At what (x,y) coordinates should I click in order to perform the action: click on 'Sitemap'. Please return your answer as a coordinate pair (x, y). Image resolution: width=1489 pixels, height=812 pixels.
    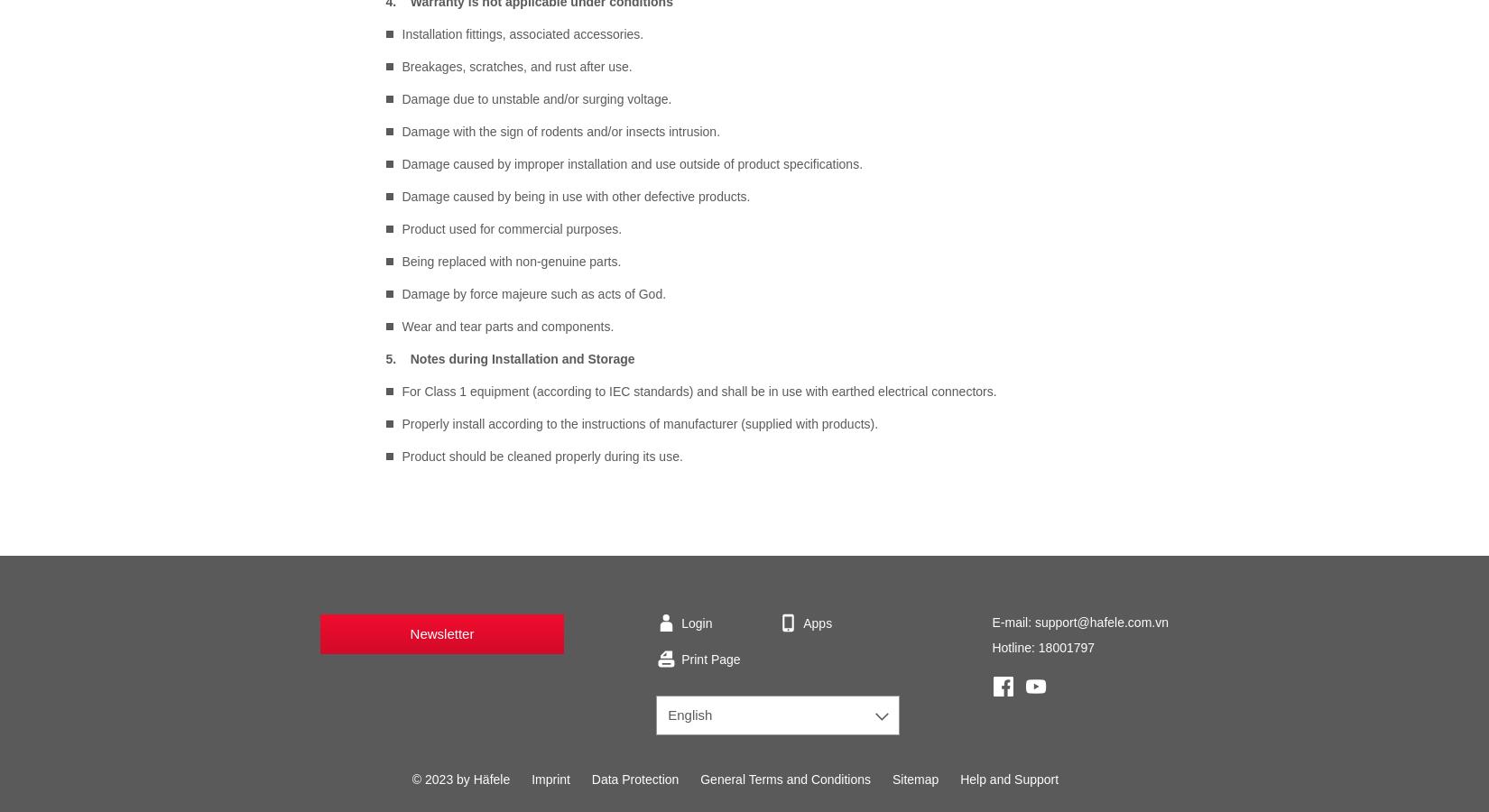
    Looking at the image, I should click on (914, 780).